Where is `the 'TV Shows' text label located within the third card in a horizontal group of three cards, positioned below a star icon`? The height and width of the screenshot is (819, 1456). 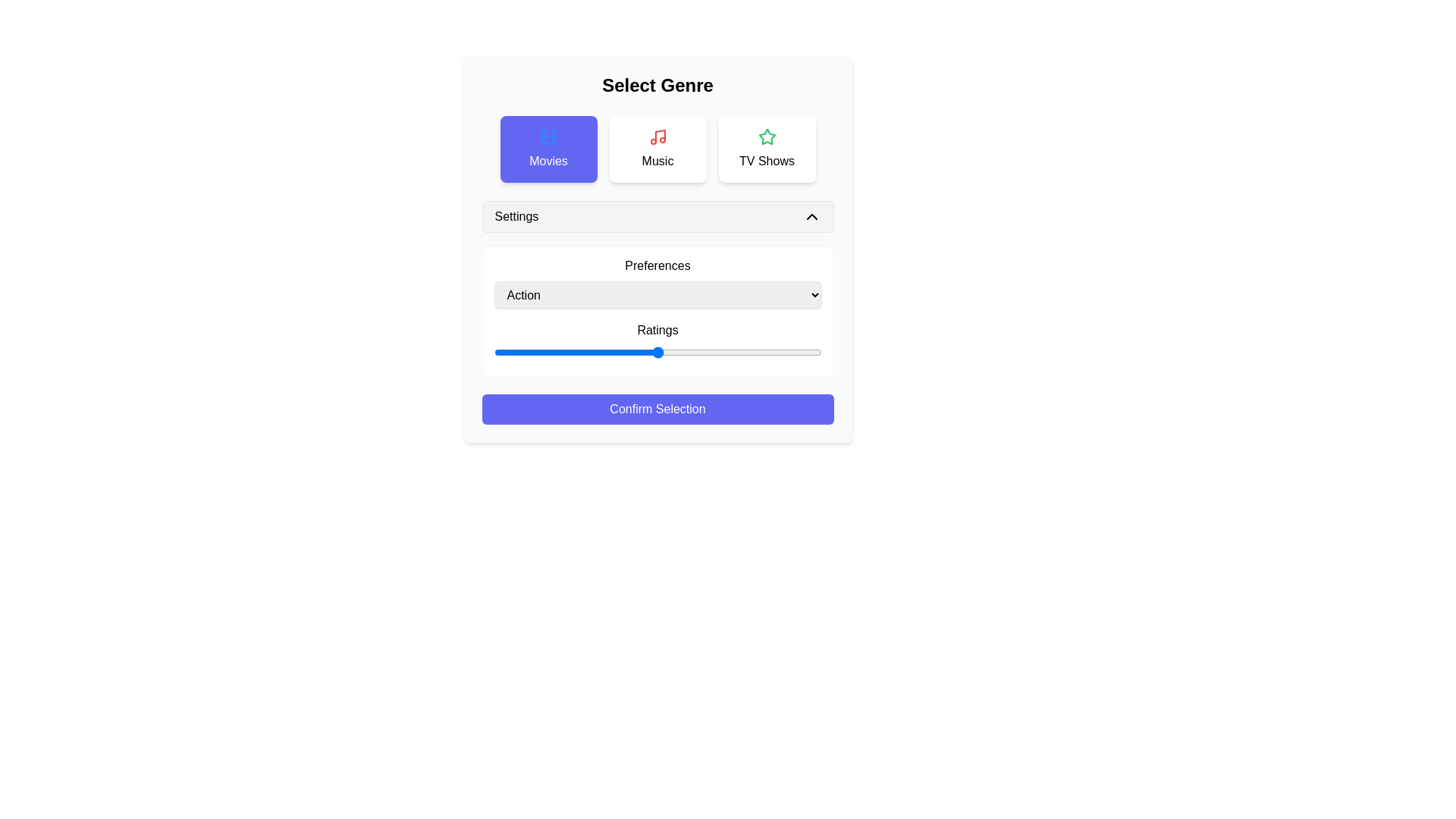 the 'TV Shows' text label located within the third card in a horizontal group of three cards, positioned below a star icon is located at coordinates (767, 161).